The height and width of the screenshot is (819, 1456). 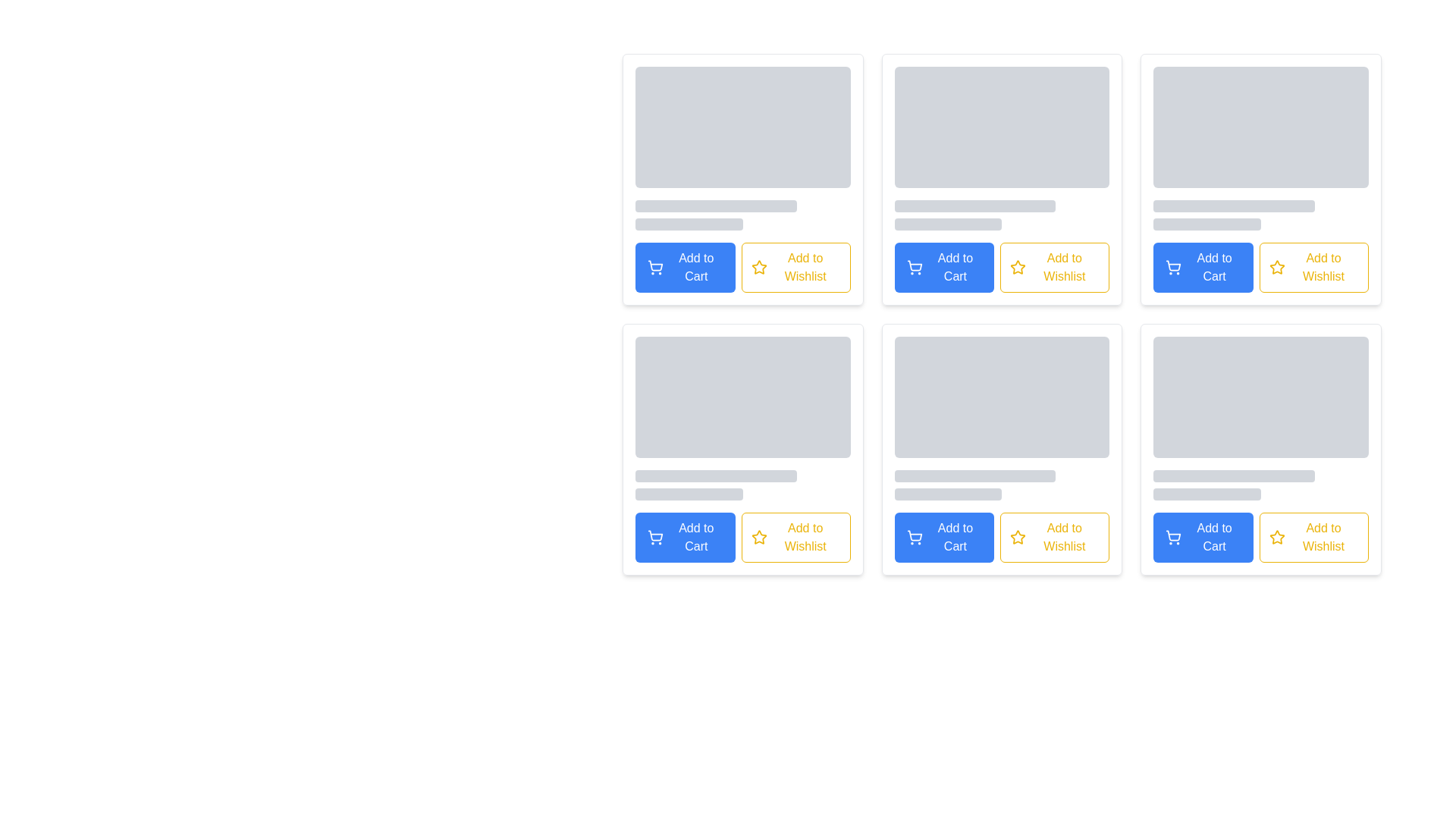 I want to click on the 'Add to Wishlist' button in the button group located at the bottom section of the product card in the second row of the product grid, first column, so click(x=742, y=537).